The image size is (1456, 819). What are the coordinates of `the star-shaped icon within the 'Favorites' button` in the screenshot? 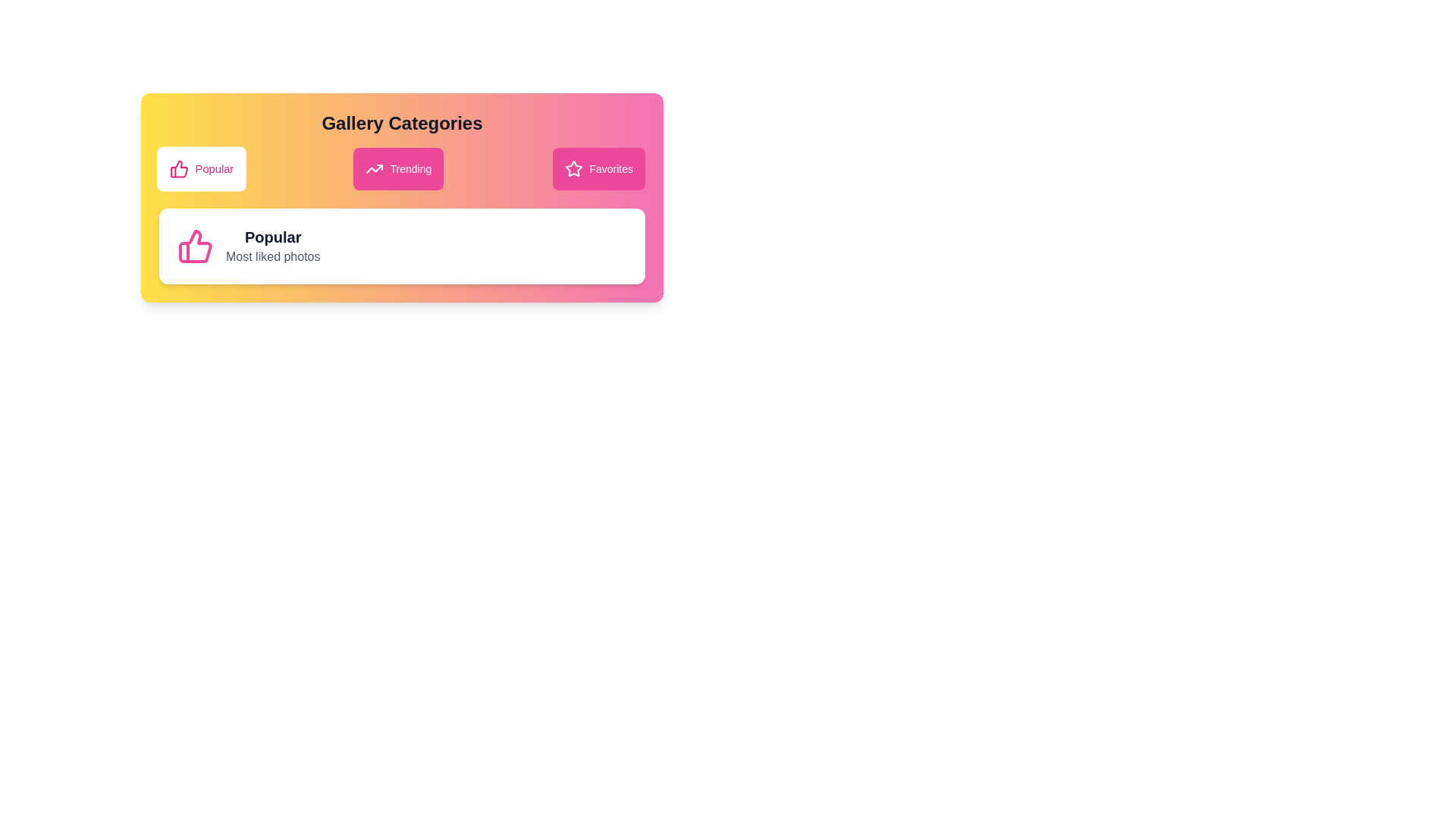 It's located at (573, 168).